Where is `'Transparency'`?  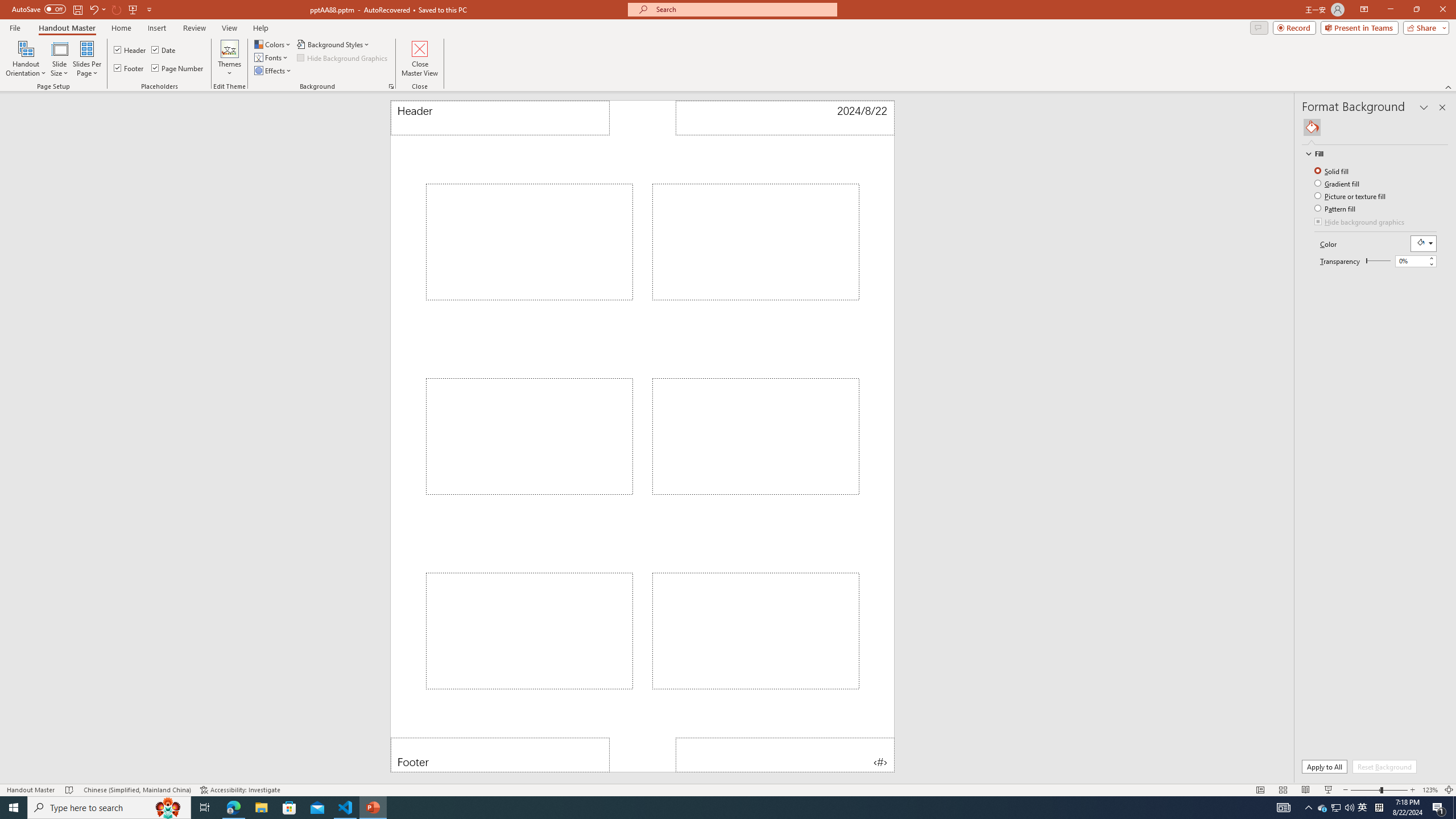
'Transparency' is located at coordinates (1378, 260).